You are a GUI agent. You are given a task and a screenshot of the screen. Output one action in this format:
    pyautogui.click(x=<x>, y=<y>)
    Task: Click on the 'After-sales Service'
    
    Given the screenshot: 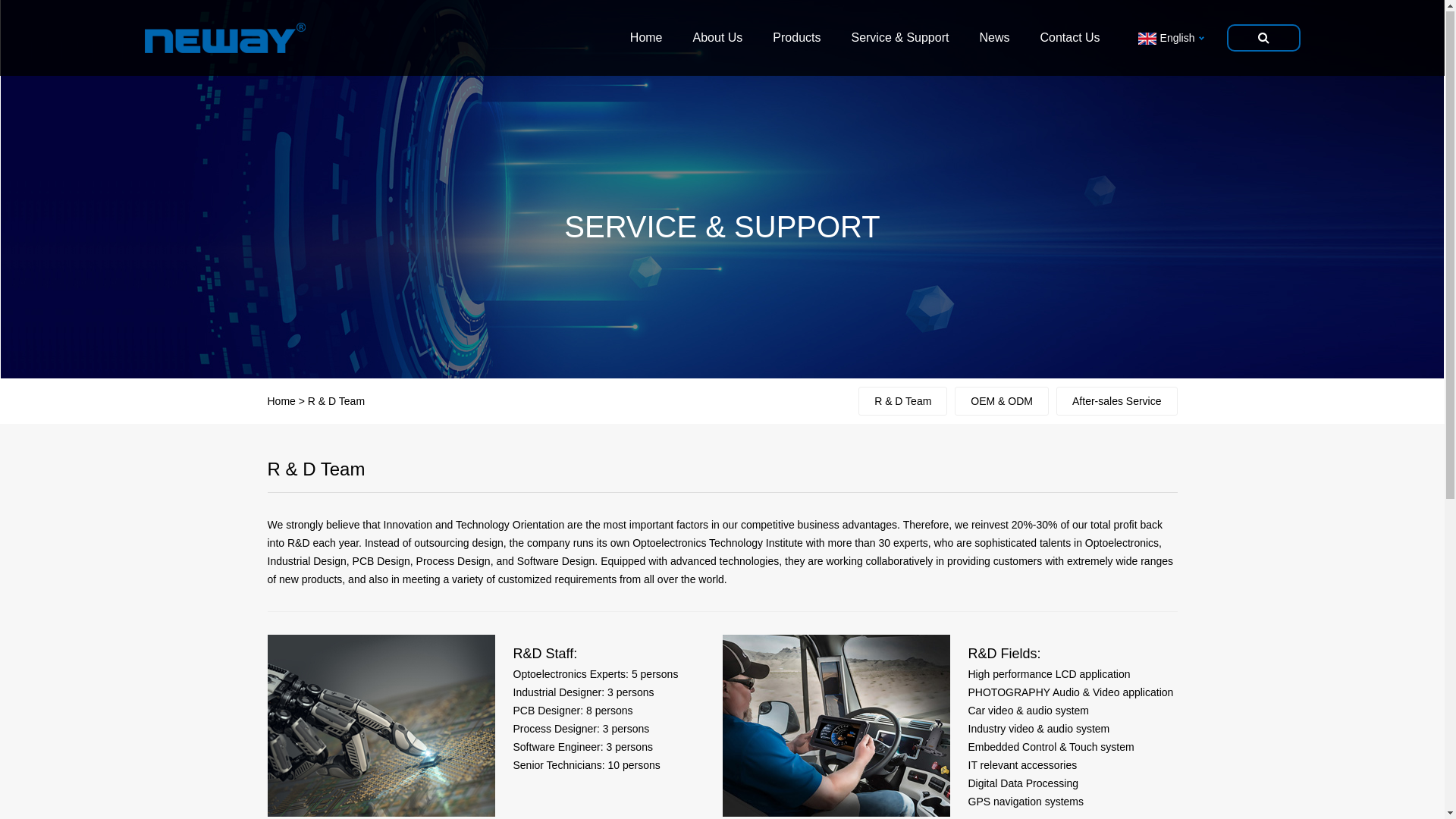 What is the action you would take?
    pyautogui.click(x=1116, y=400)
    